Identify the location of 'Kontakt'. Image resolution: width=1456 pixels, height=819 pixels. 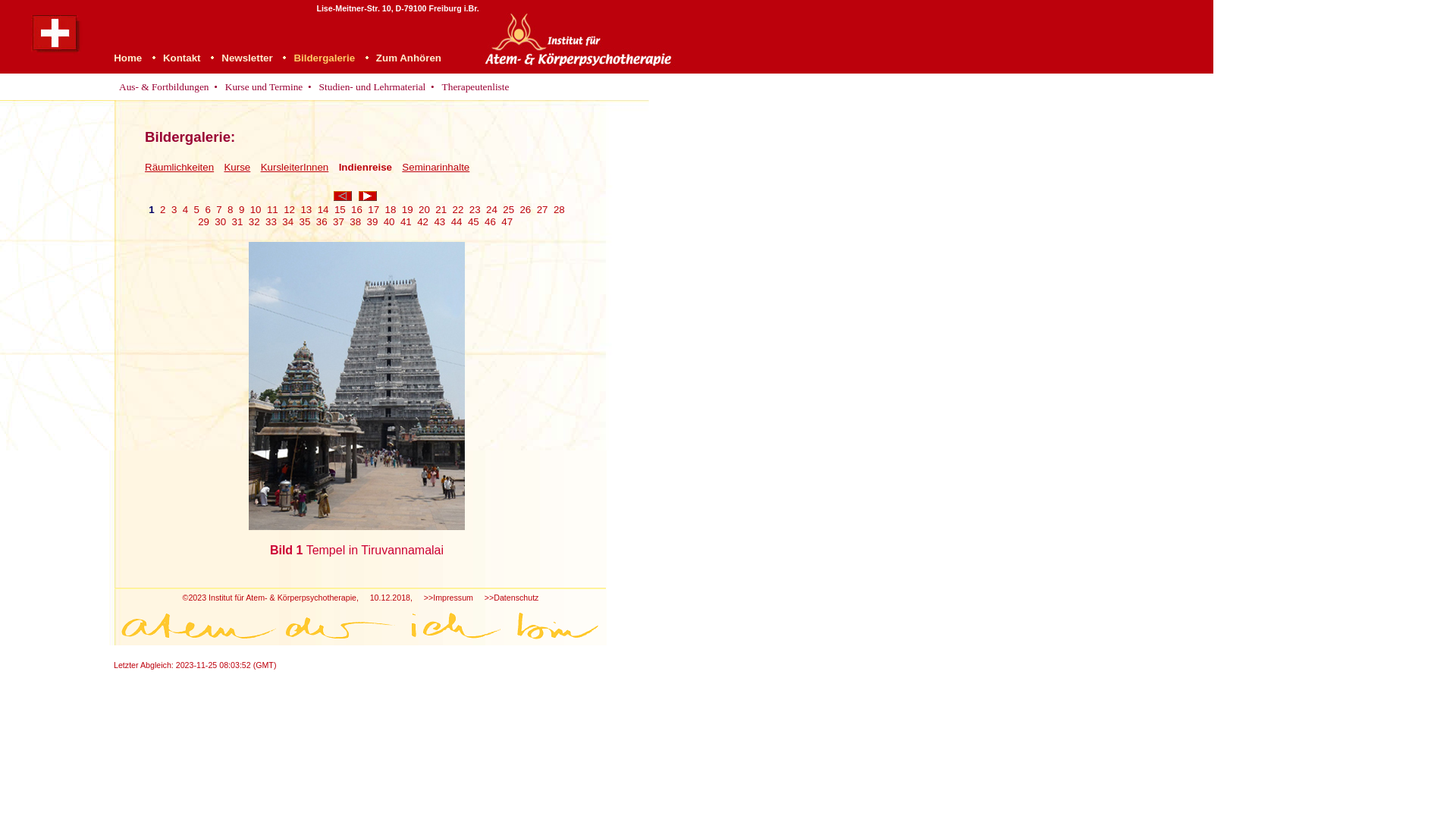
(182, 57).